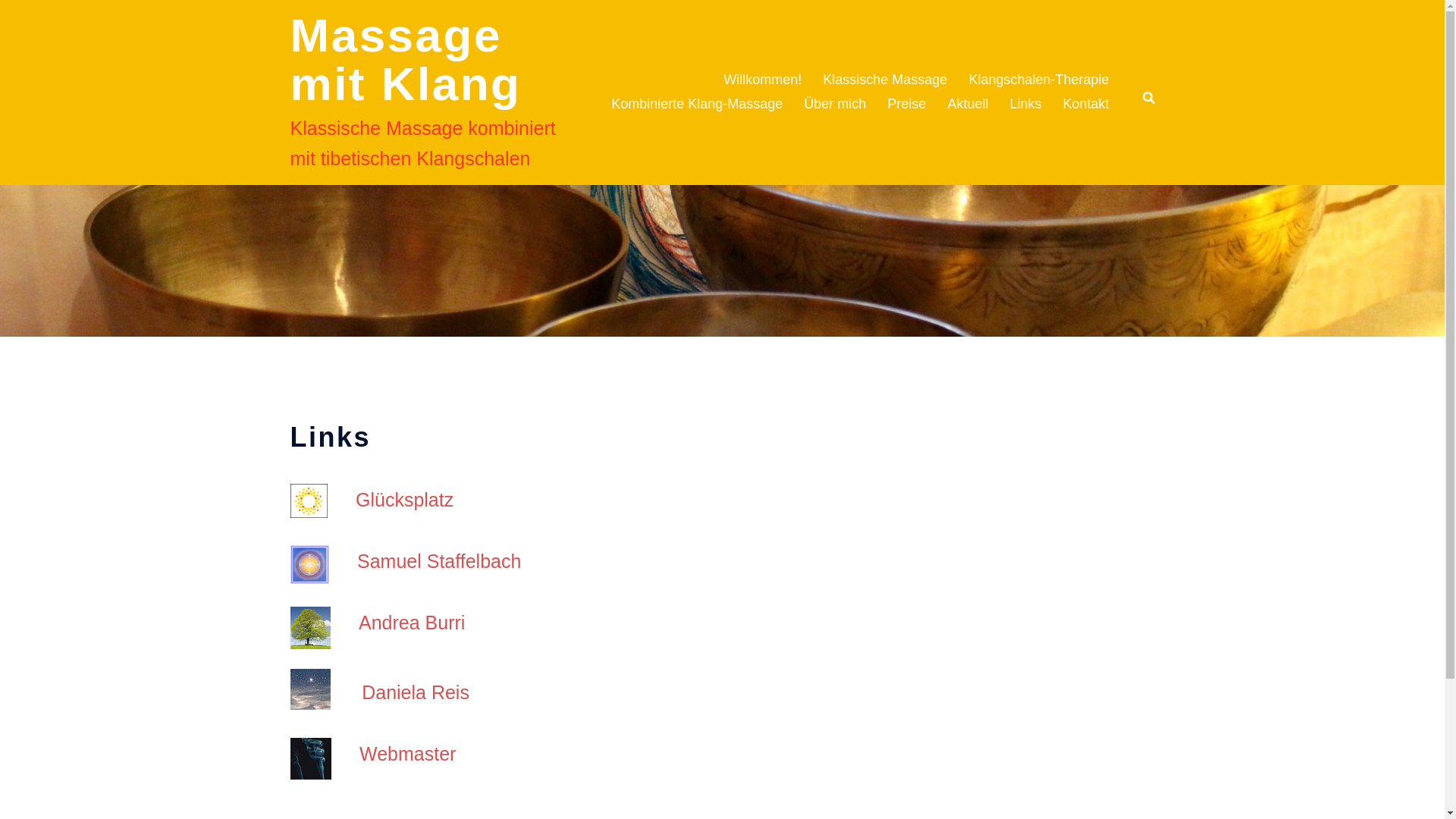  Describe the element at coordinates (967, 80) in the screenshot. I see `'Klangschalen-Therapie'` at that location.